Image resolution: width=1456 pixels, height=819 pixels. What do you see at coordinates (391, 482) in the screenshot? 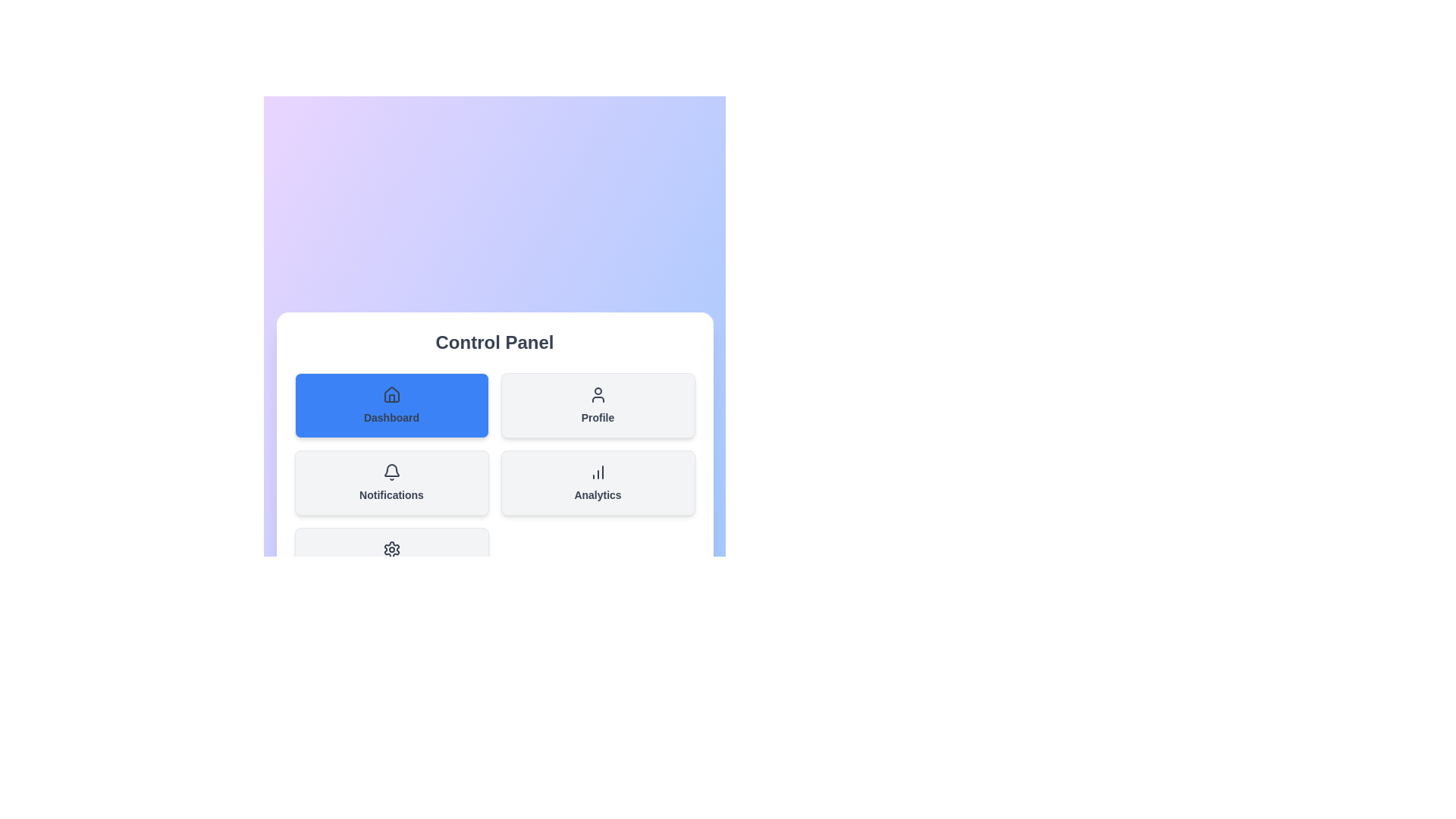
I see `the section Notifications from the menu by clicking its corresponding button` at bounding box center [391, 482].